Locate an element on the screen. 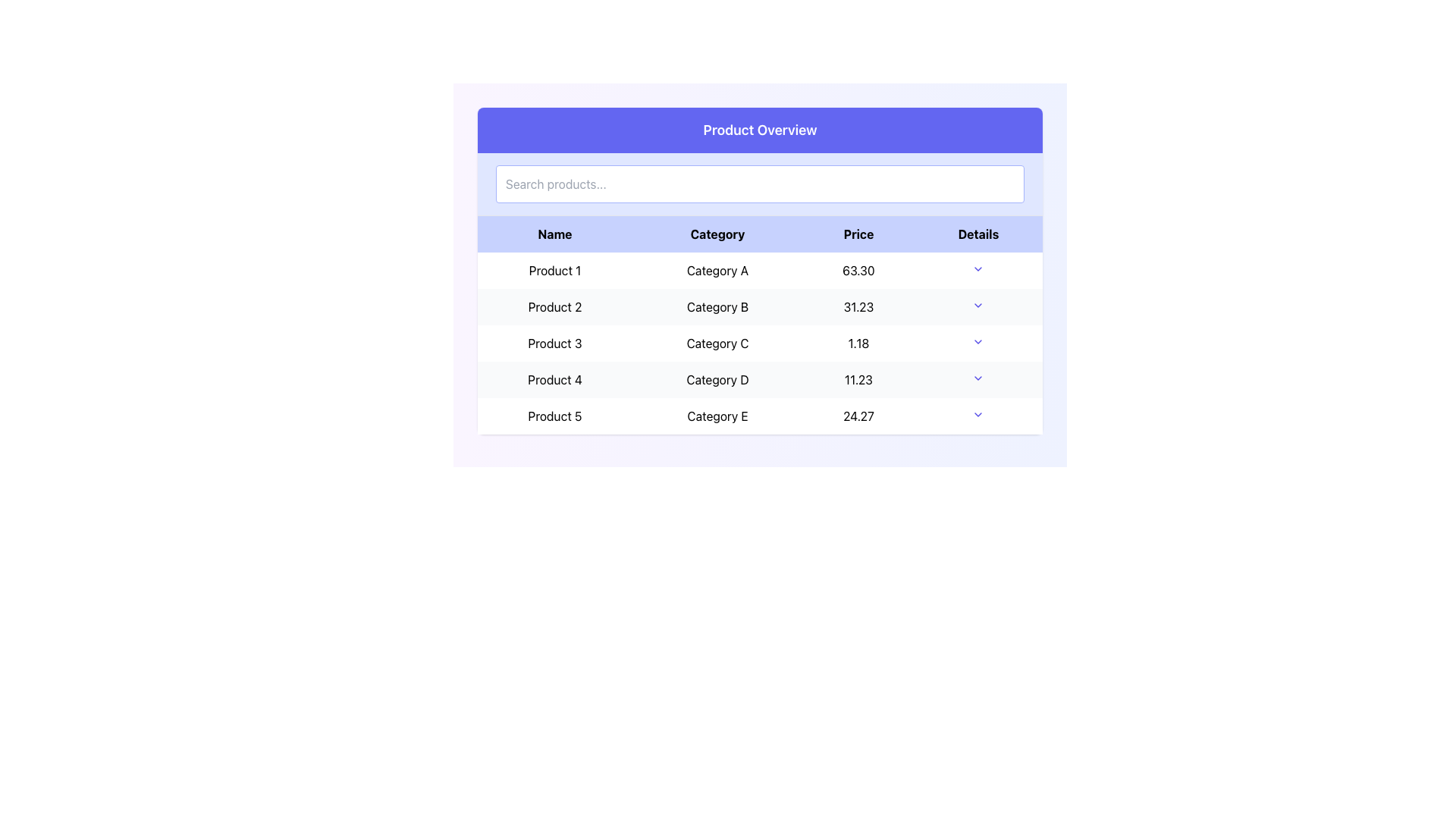 The image size is (1456, 819). the non-interactive text label in the 'Category' column of the second row of the table that provides categorical information for the respective product, situated between 'Product 2' and the price '31.23' is located at coordinates (717, 307).